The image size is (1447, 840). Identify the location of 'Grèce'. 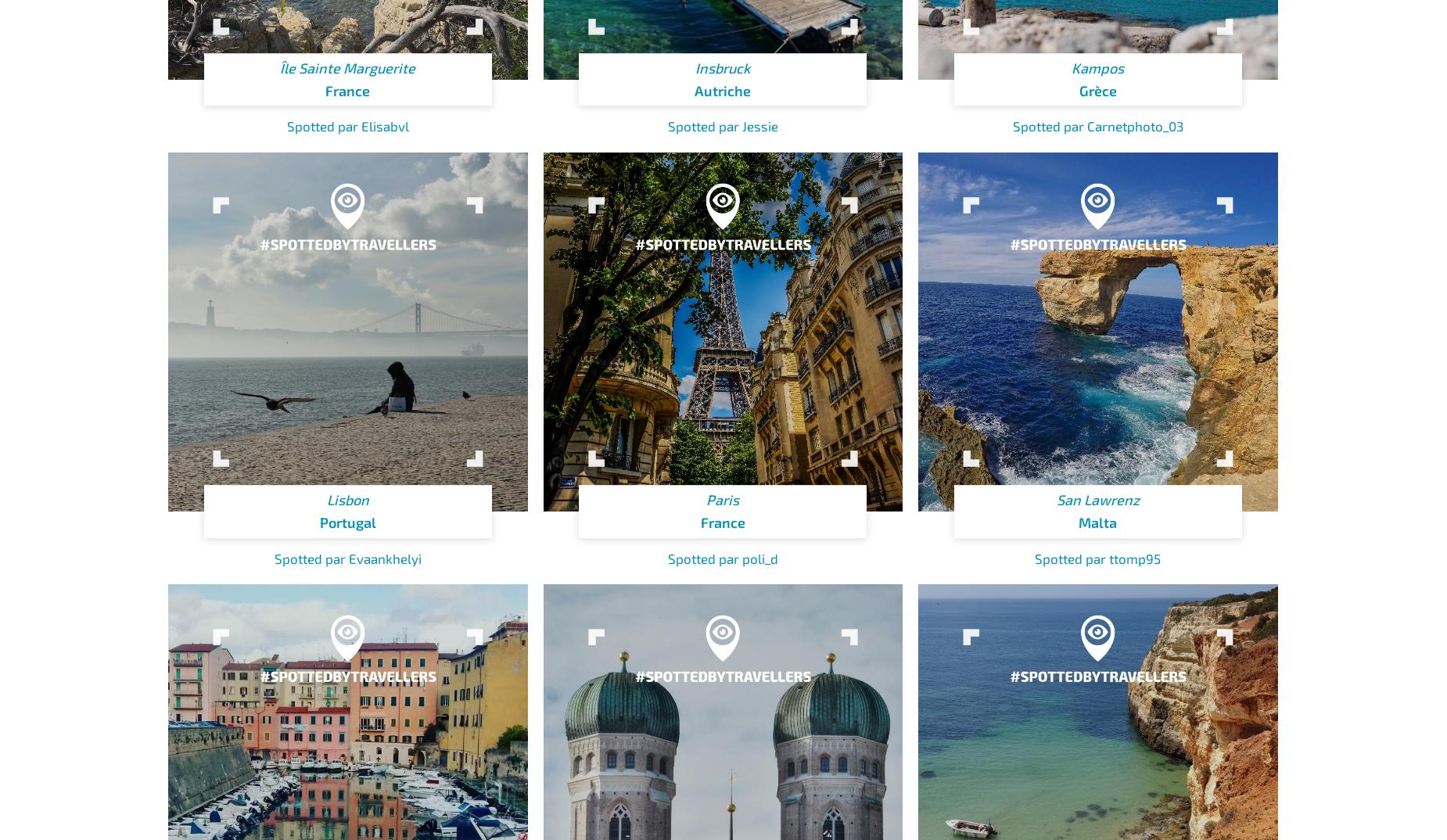
(1097, 89).